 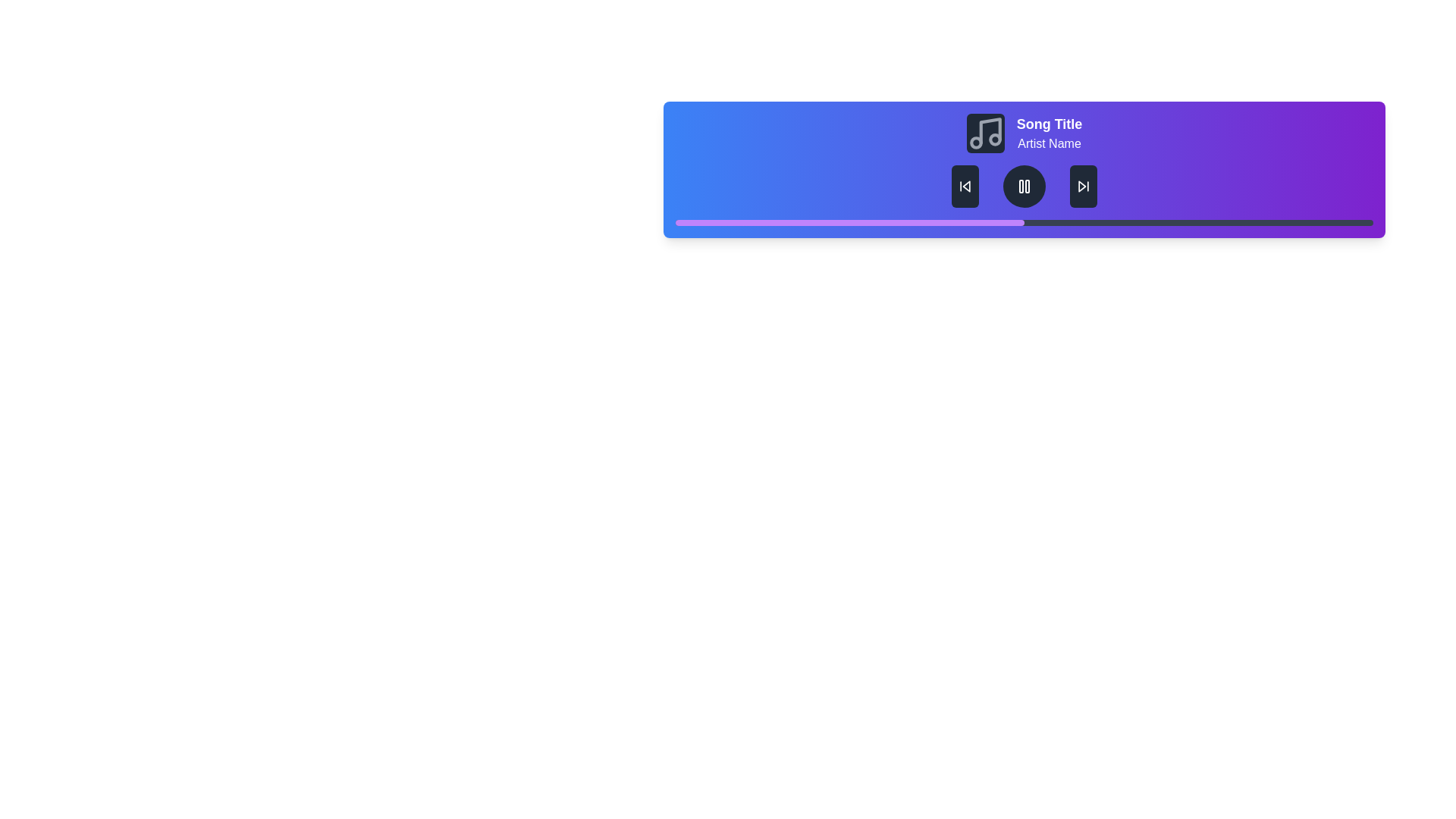 What do you see at coordinates (1254, 222) in the screenshot?
I see `progress` at bounding box center [1254, 222].